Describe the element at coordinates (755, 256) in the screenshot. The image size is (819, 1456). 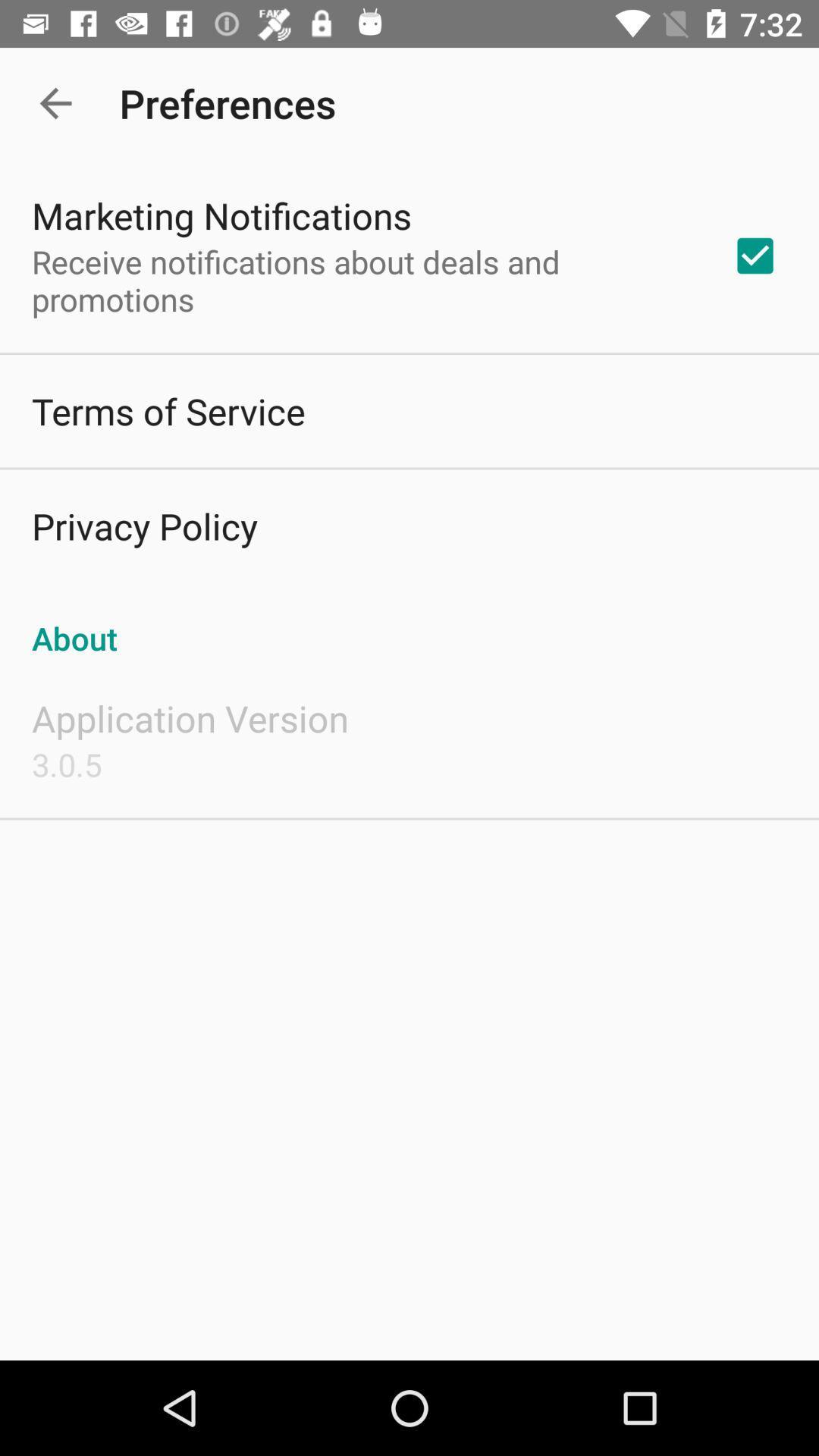
I see `app to the right of the receive notifications about item` at that location.